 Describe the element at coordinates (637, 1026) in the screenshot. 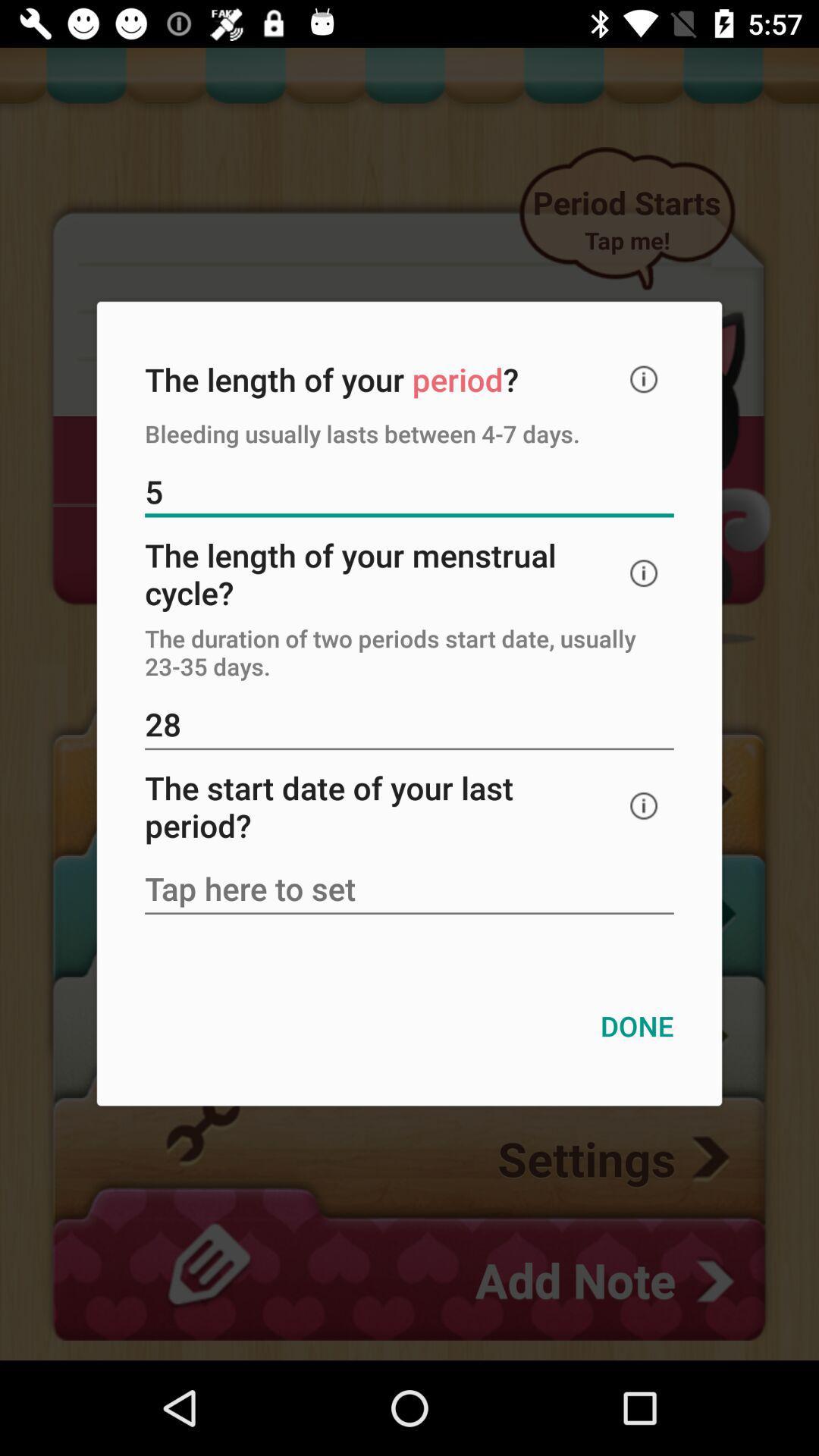

I see `done icon` at that location.